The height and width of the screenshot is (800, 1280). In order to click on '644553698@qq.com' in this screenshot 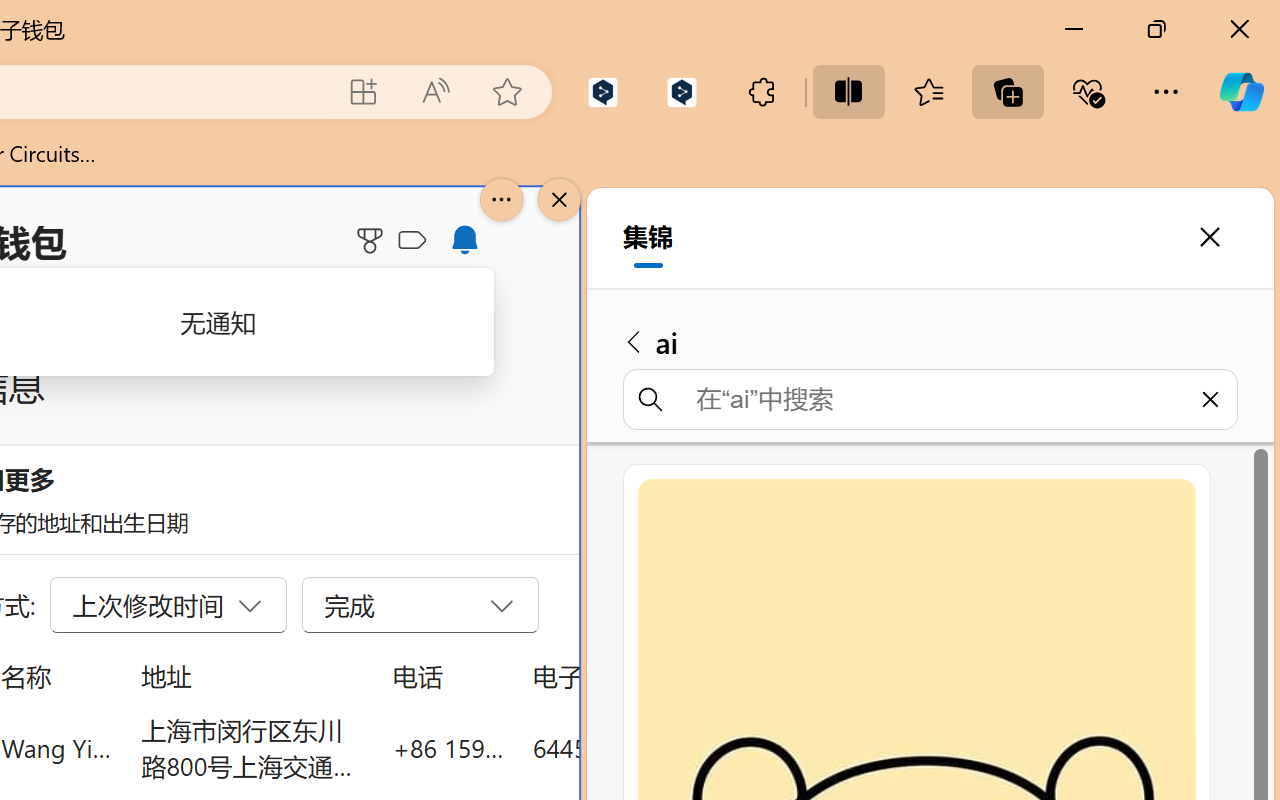, I will do `click(644, 747)`.